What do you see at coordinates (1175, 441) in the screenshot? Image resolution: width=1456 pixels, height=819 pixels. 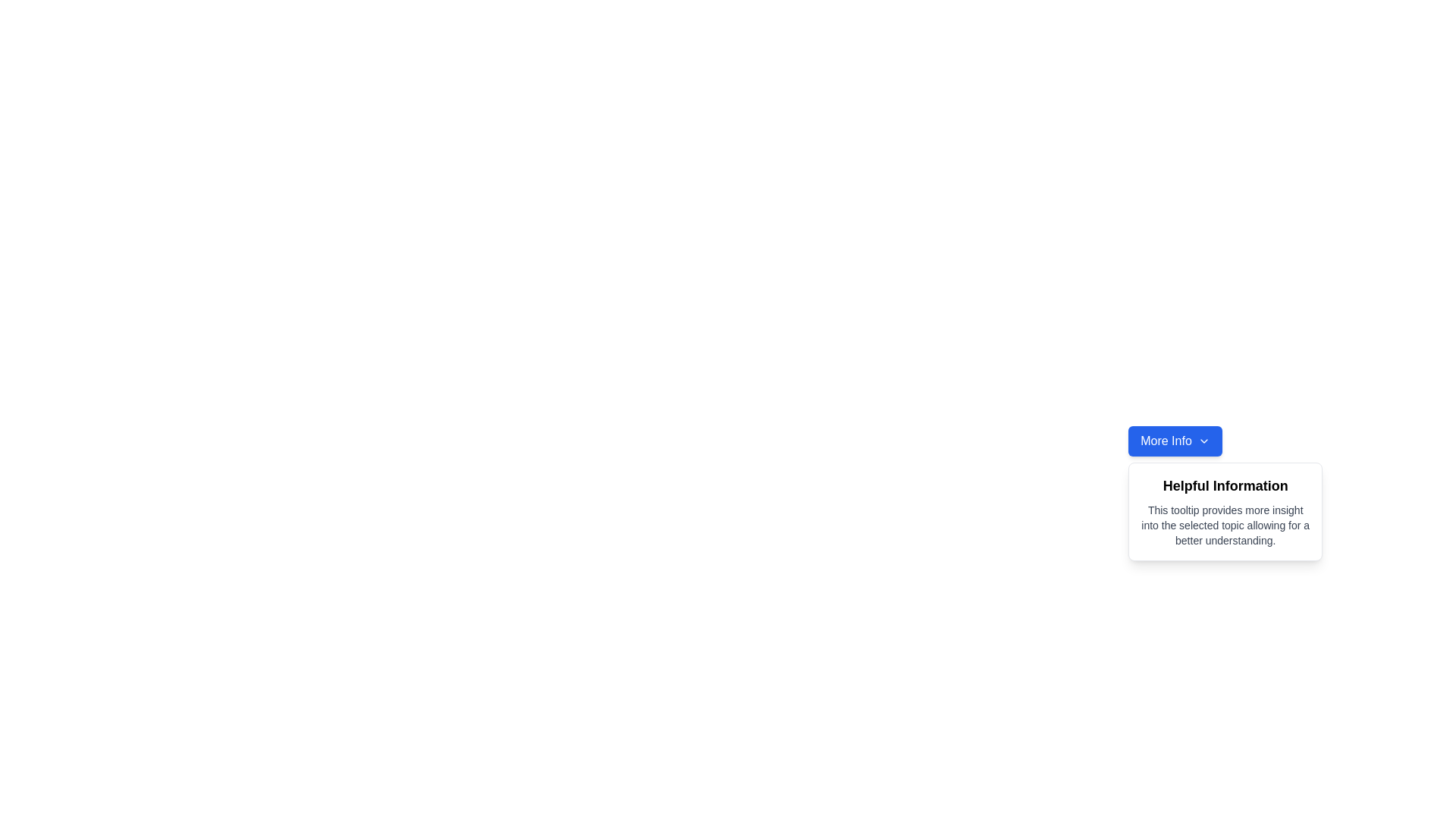 I see `the top-center button that triggers a tooltip` at bounding box center [1175, 441].